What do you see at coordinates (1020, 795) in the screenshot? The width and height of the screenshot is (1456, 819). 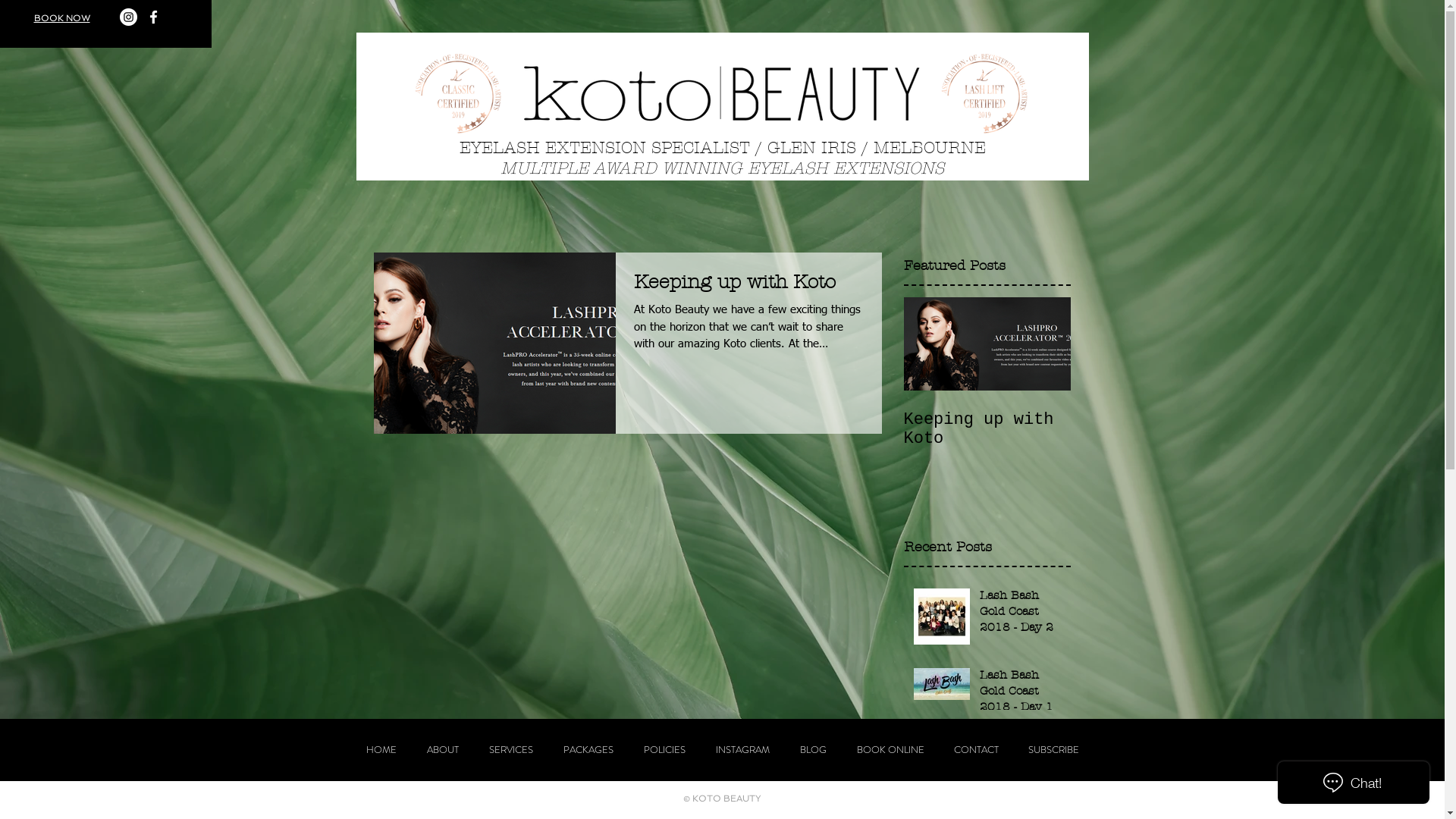 I see `'Keeping up with Koto'` at bounding box center [1020, 795].